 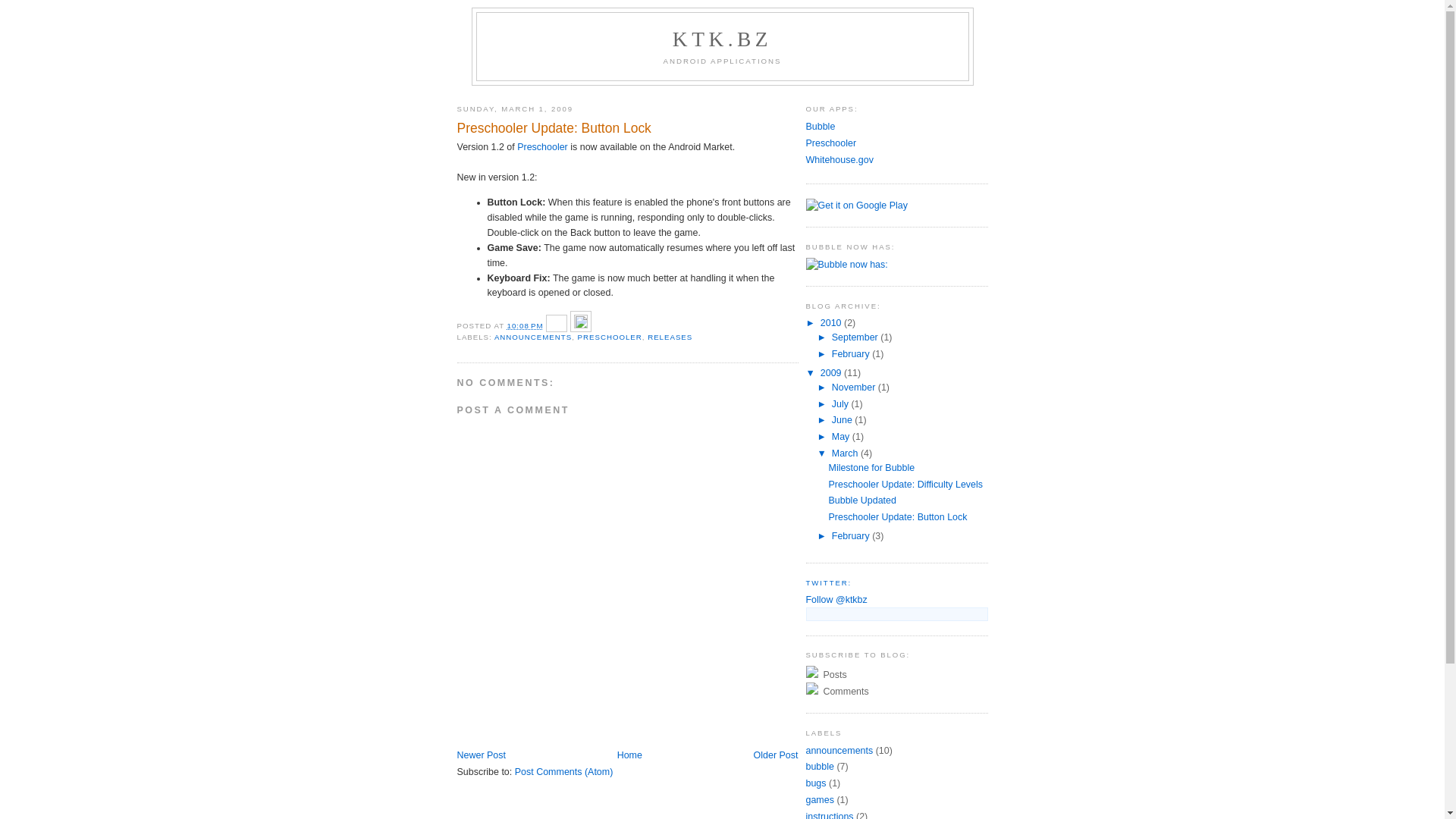 I want to click on 'KTK.BZ', so click(x=672, y=38).